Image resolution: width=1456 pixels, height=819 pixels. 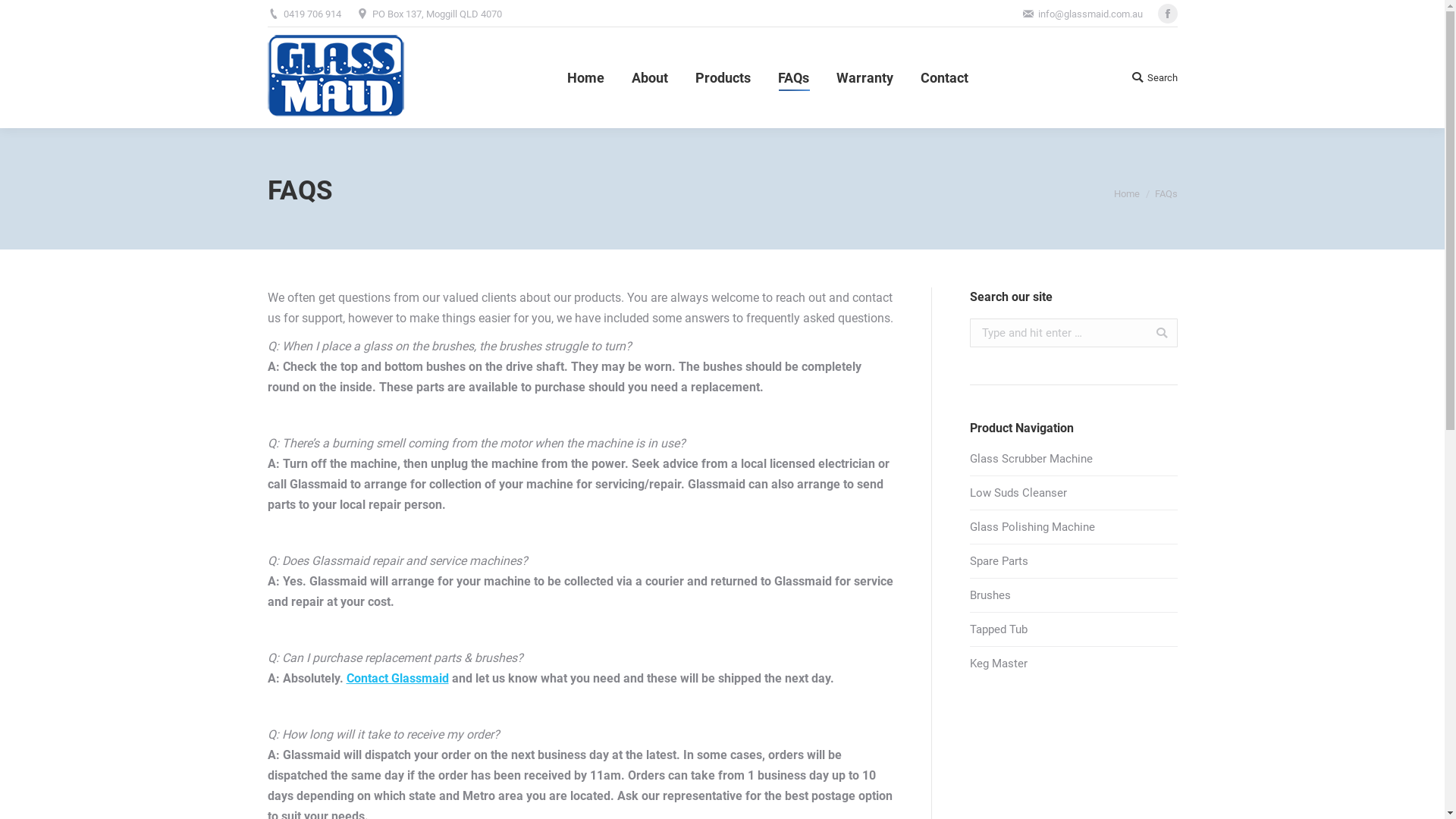 I want to click on 'Glass Polishing Machine', so click(x=1031, y=526).